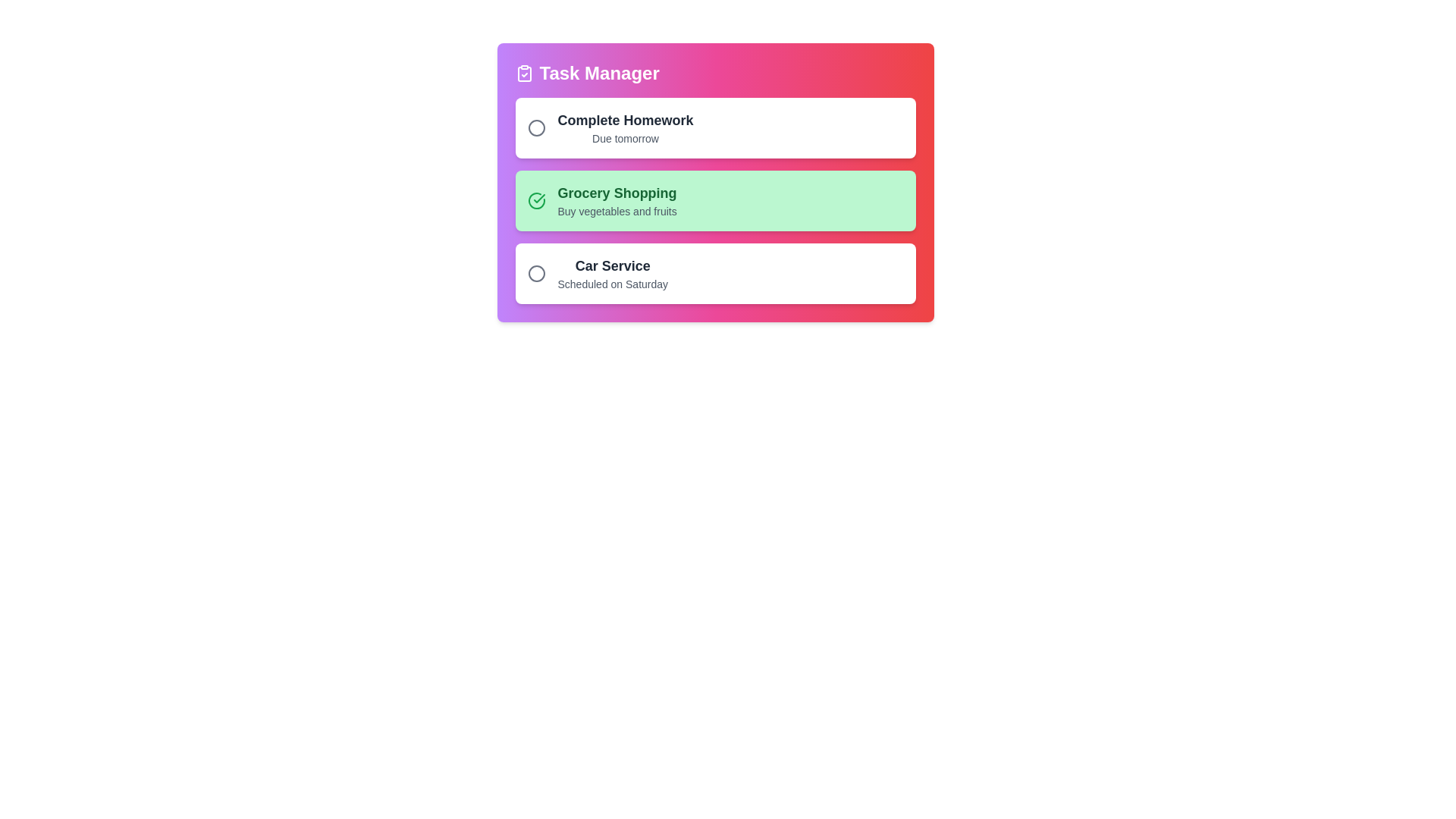  I want to click on the circle next to the task titled 'Car Service' to mark it as completed, so click(536, 274).